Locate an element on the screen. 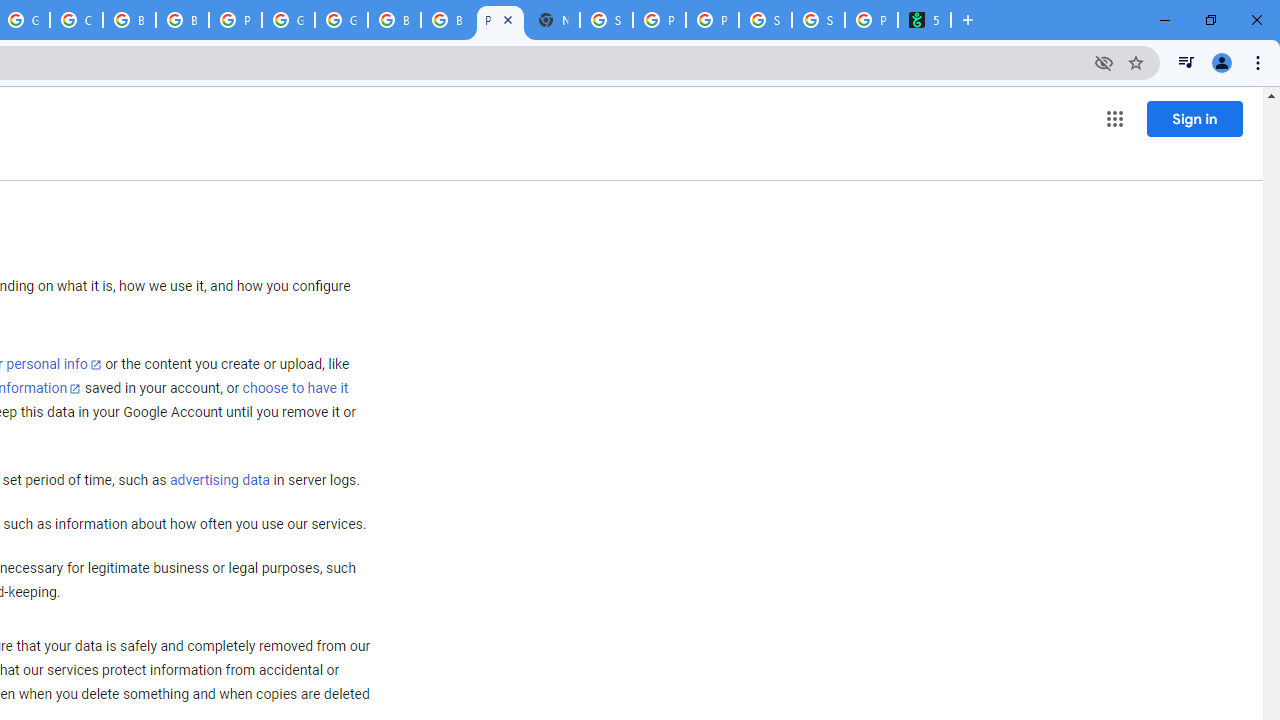 The image size is (1280, 720). 'Sign in - Google Accounts' is located at coordinates (605, 20).